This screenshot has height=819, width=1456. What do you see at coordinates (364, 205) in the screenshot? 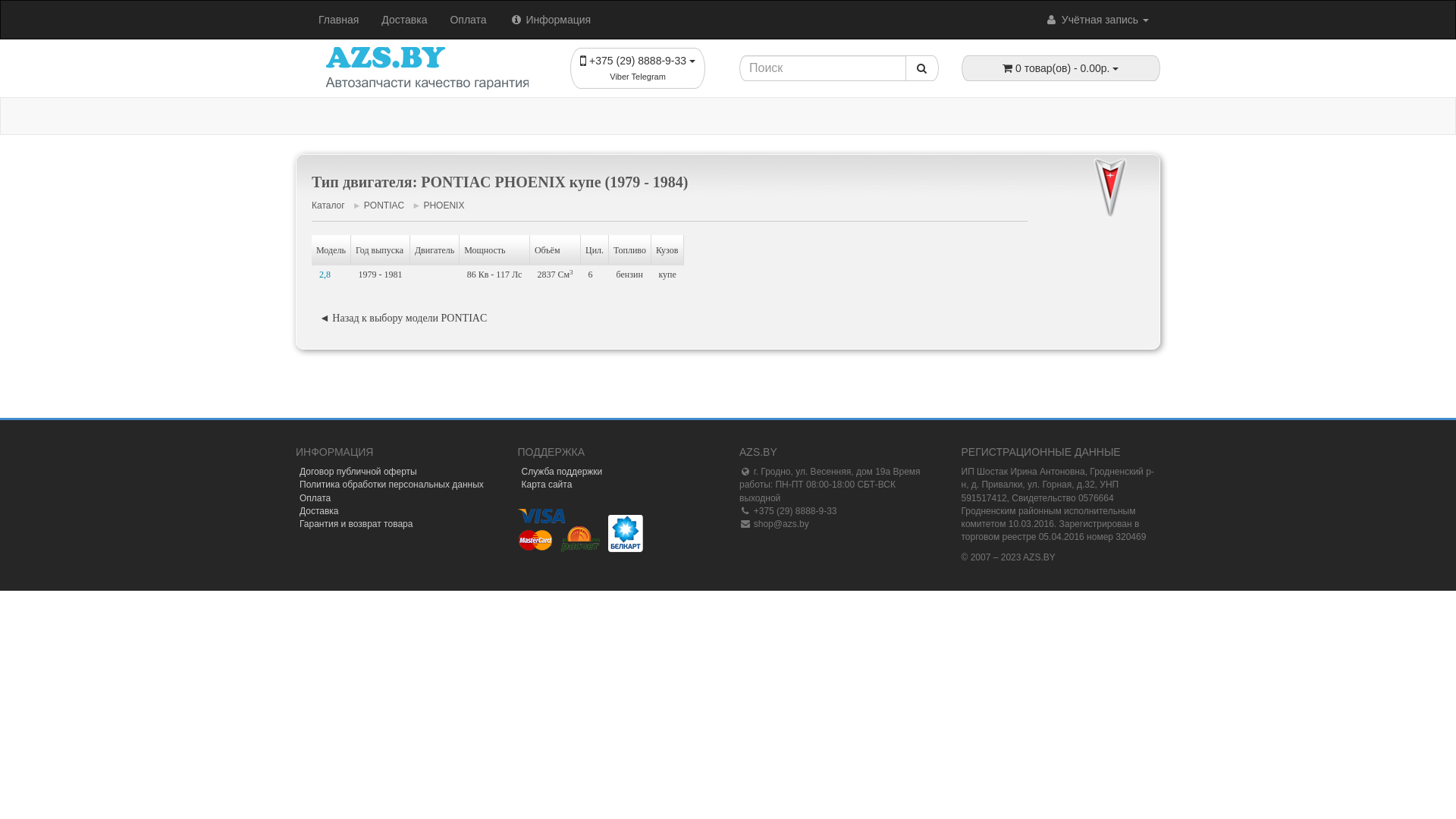
I see `'PONTIAC'` at bounding box center [364, 205].